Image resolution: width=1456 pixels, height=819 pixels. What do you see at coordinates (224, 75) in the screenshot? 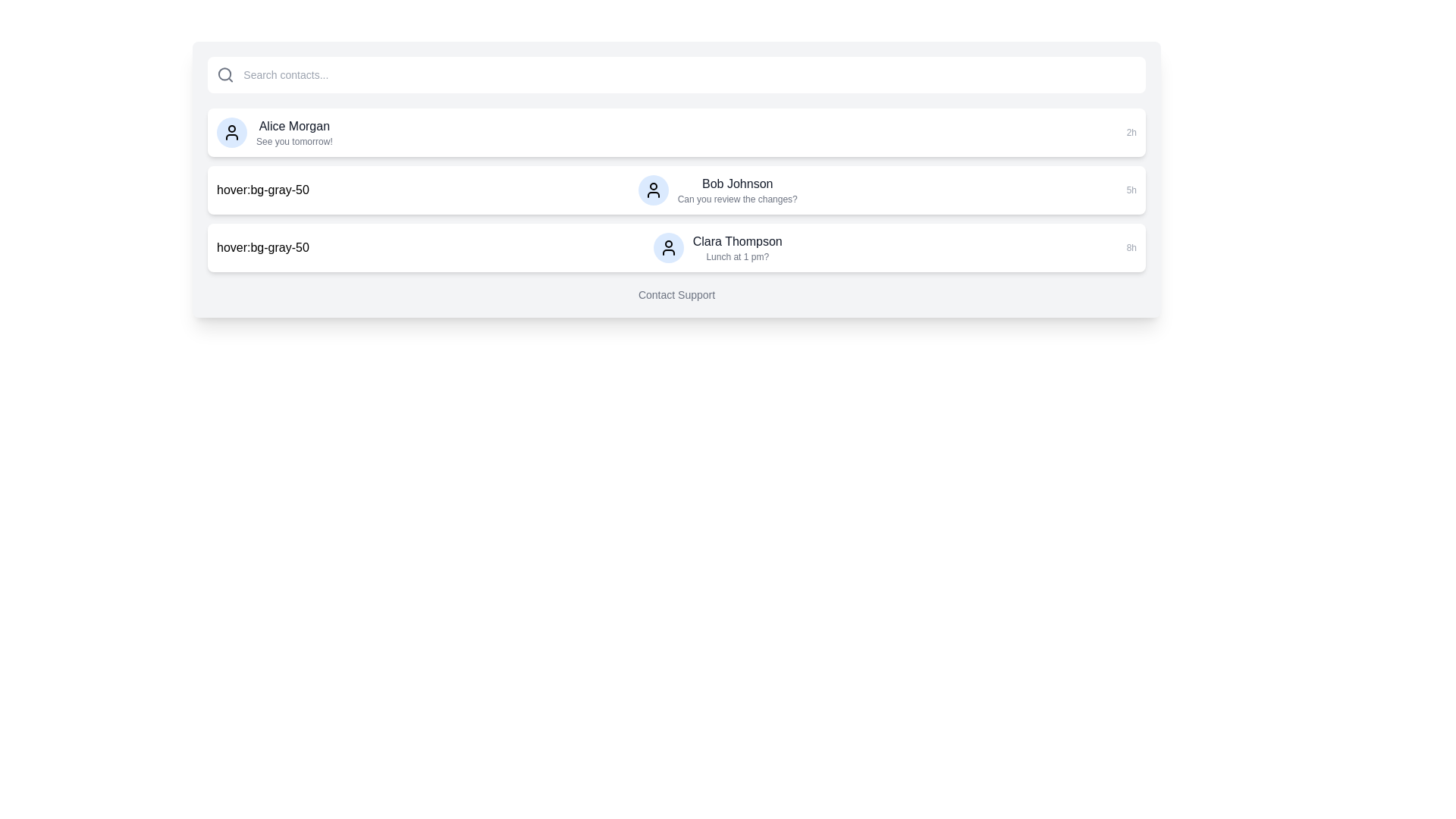
I see `the gray magnifying glass icon, which is styled in a minimalist design with thin outlines, located on the left side adjacent to the 'Search contacts...' text input field` at bounding box center [224, 75].